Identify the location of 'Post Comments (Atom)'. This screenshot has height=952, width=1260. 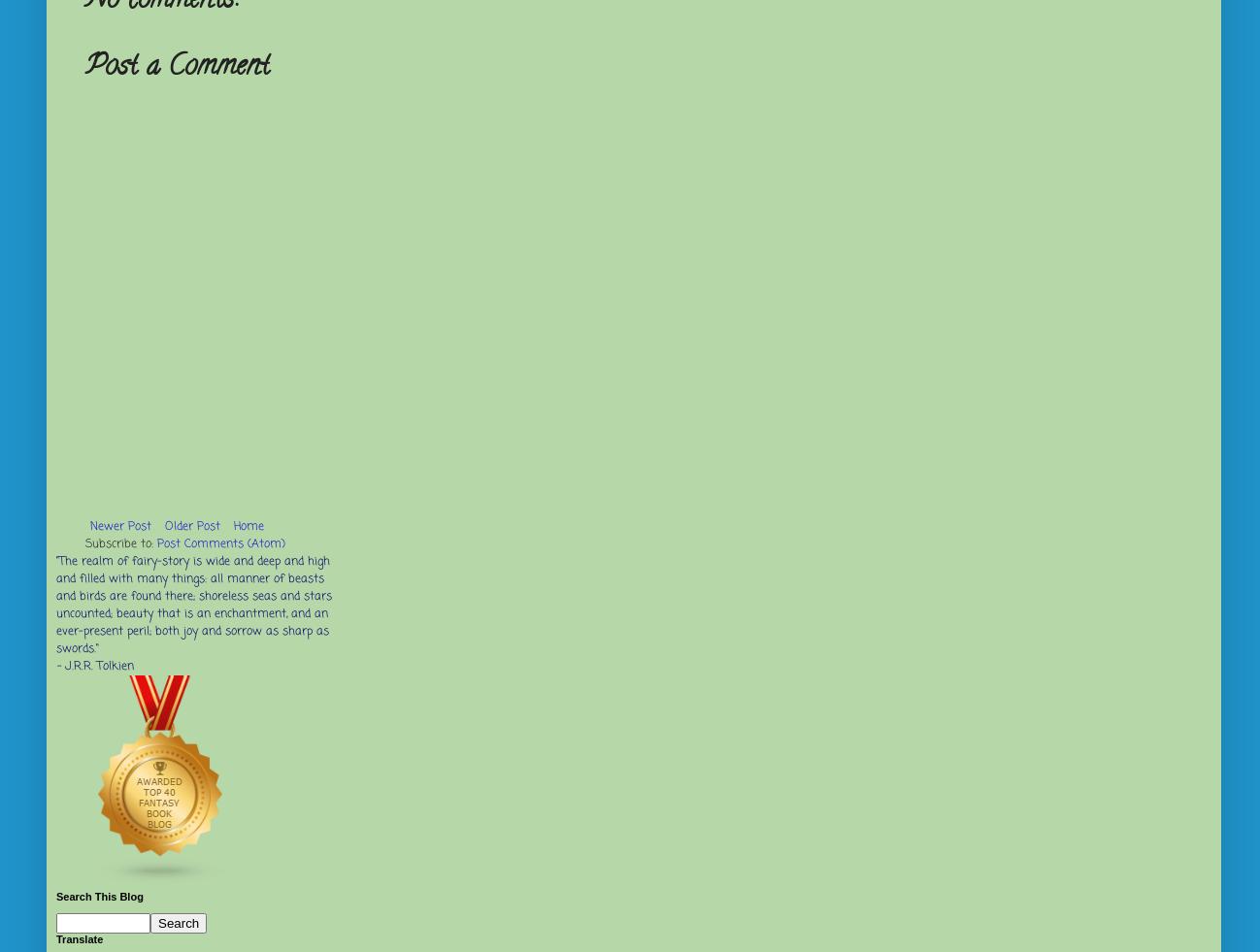
(221, 544).